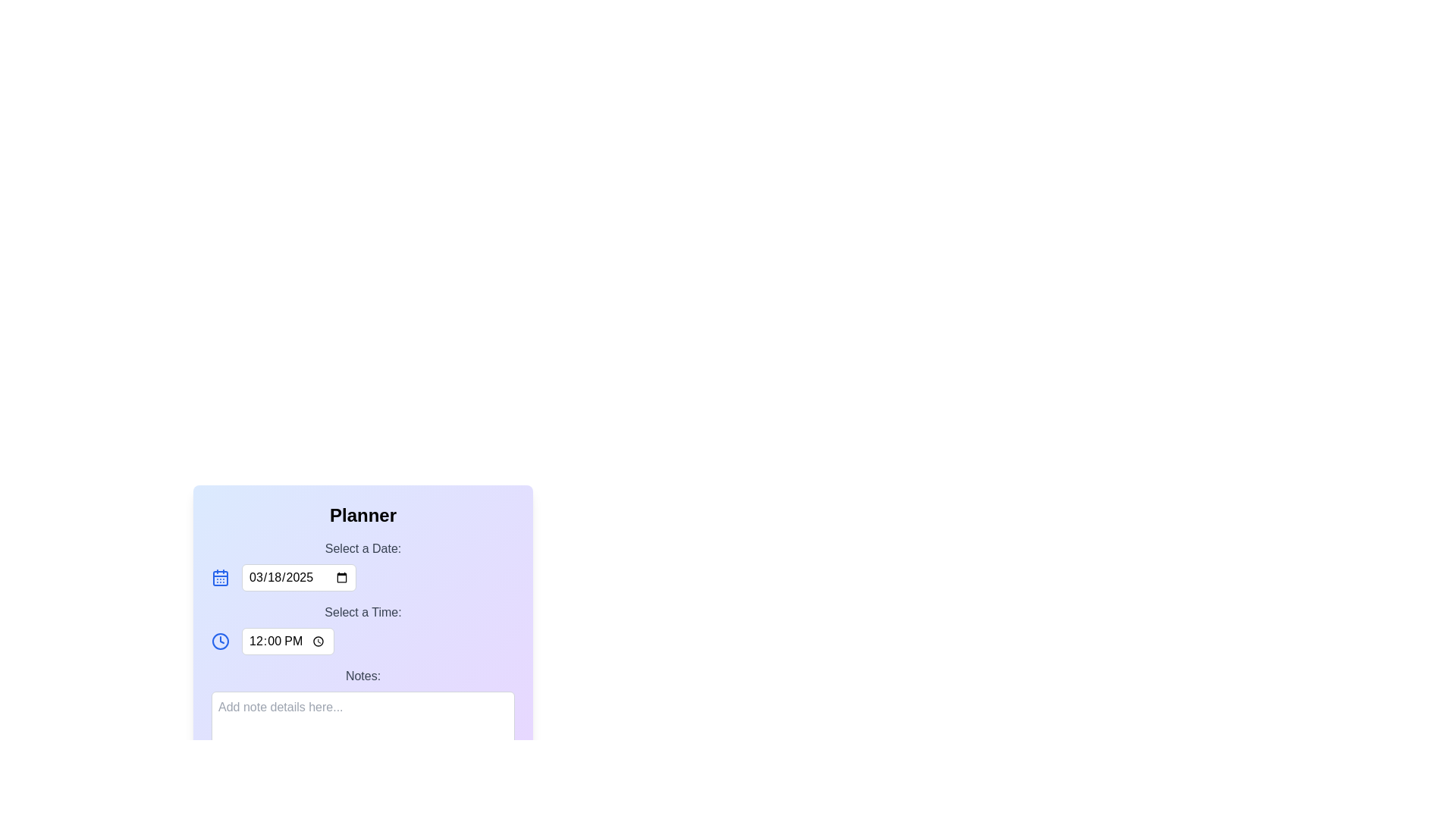 The width and height of the screenshot is (1456, 819). Describe the element at coordinates (362, 611) in the screenshot. I see `the label that displays the text 'Select a Time:' styled in gray font, positioned above the time selection interface` at that location.